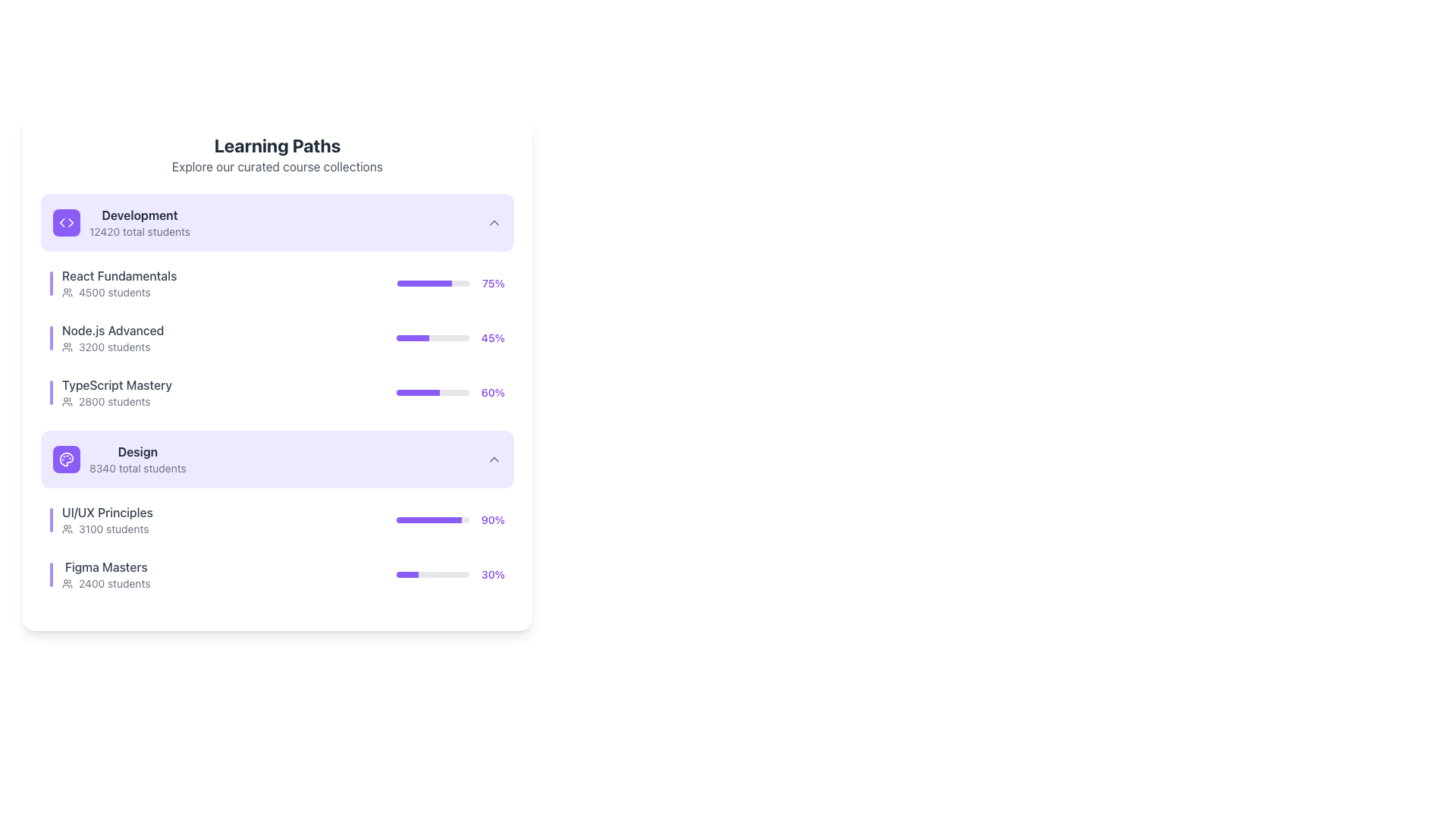 Image resolution: width=1456 pixels, height=819 pixels. I want to click on percentage text from the Progress bar located in the 'UI/UX Principles' row under the 'Design' category, positioned to the right of the student count text component, so click(450, 519).